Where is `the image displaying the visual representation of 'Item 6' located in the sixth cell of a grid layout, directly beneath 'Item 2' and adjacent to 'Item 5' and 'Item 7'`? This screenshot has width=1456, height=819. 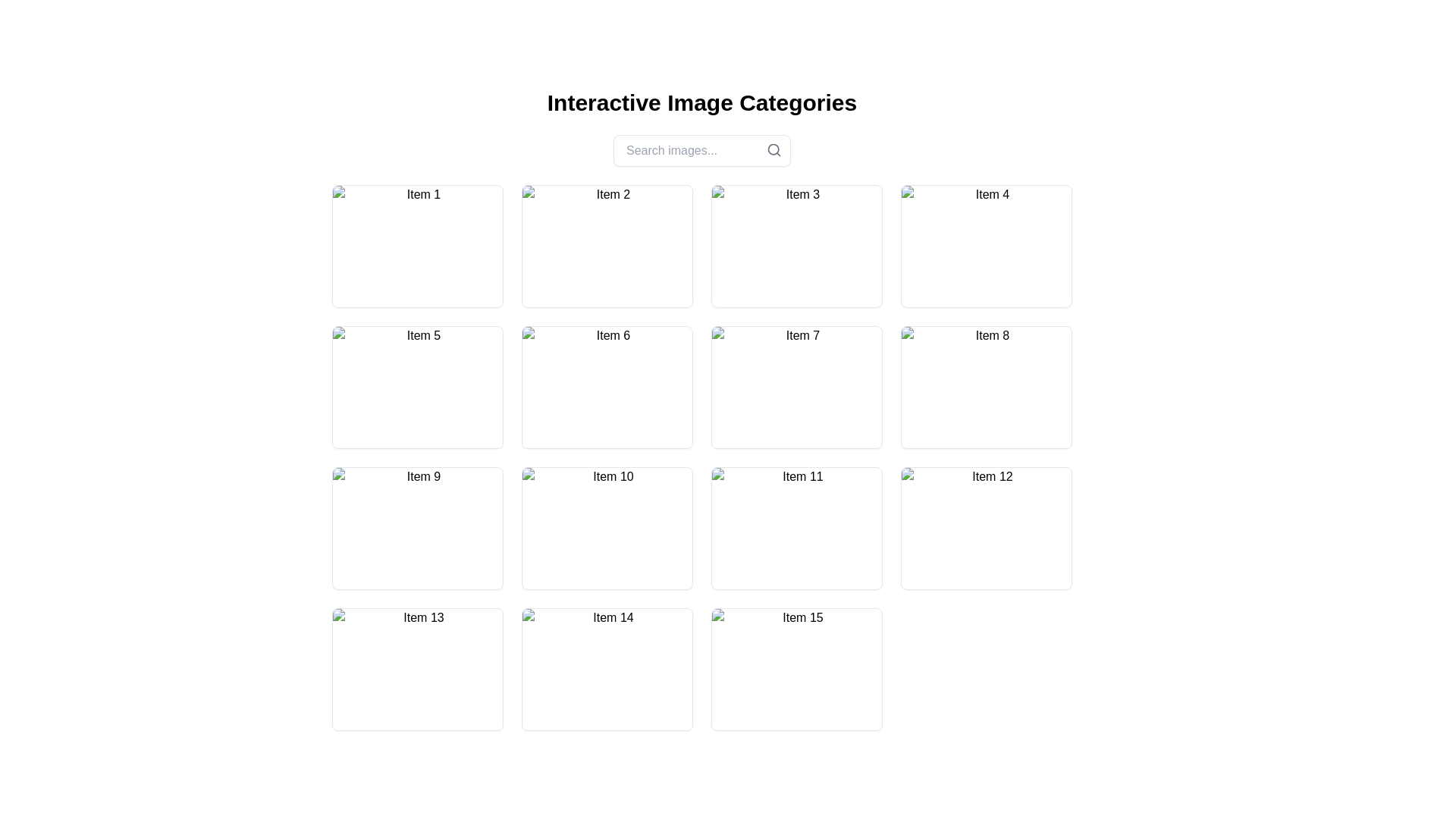
the image displaying the visual representation of 'Item 6' located in the sixth cell of a grid layout, directly beneath 'Item 2' and adjacent to 'Item 5' and 'Item 7' is located at coordinates (607, 386).